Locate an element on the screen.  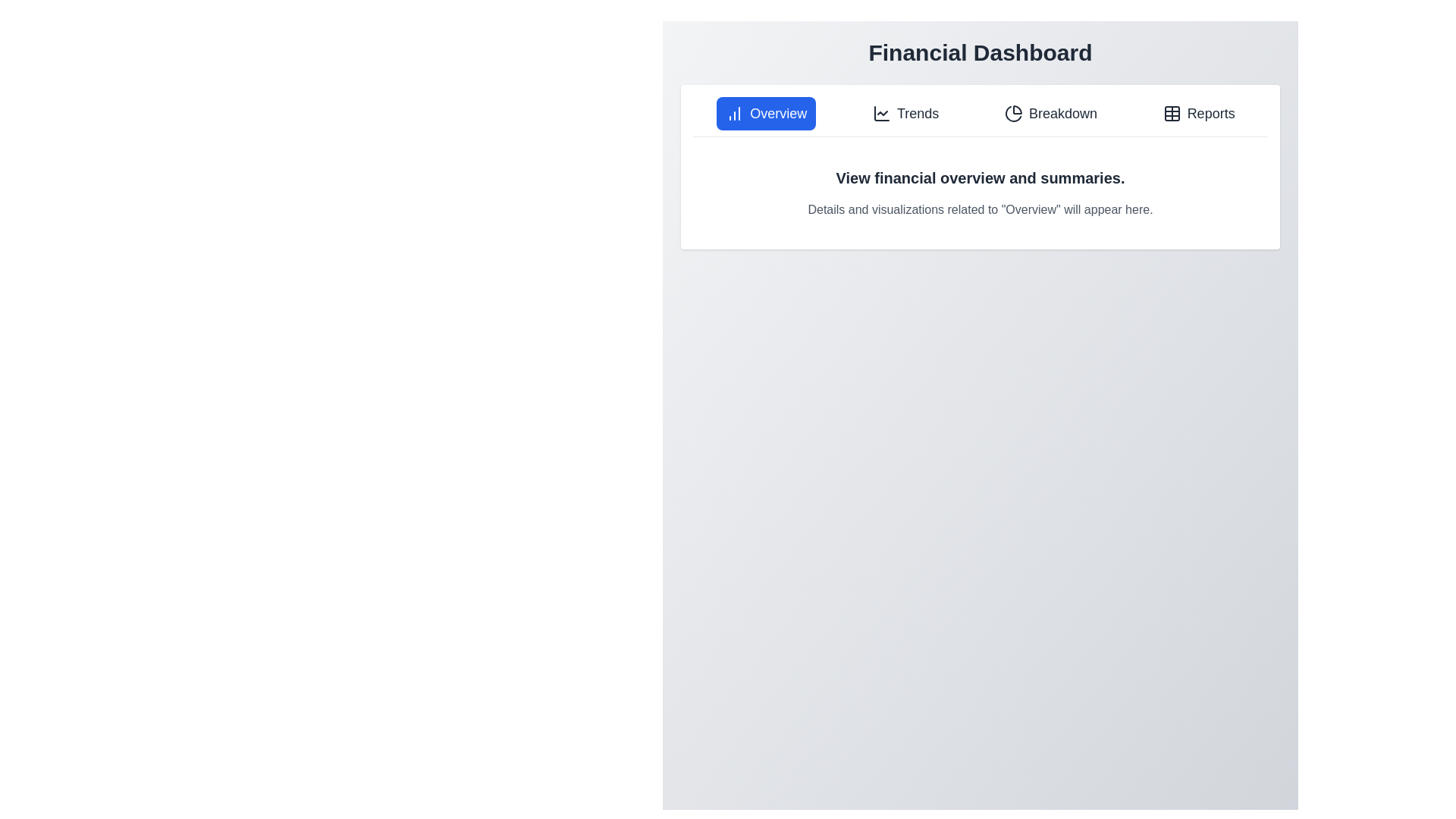
the tab labeled Trends is located at coordinates (905, 113).